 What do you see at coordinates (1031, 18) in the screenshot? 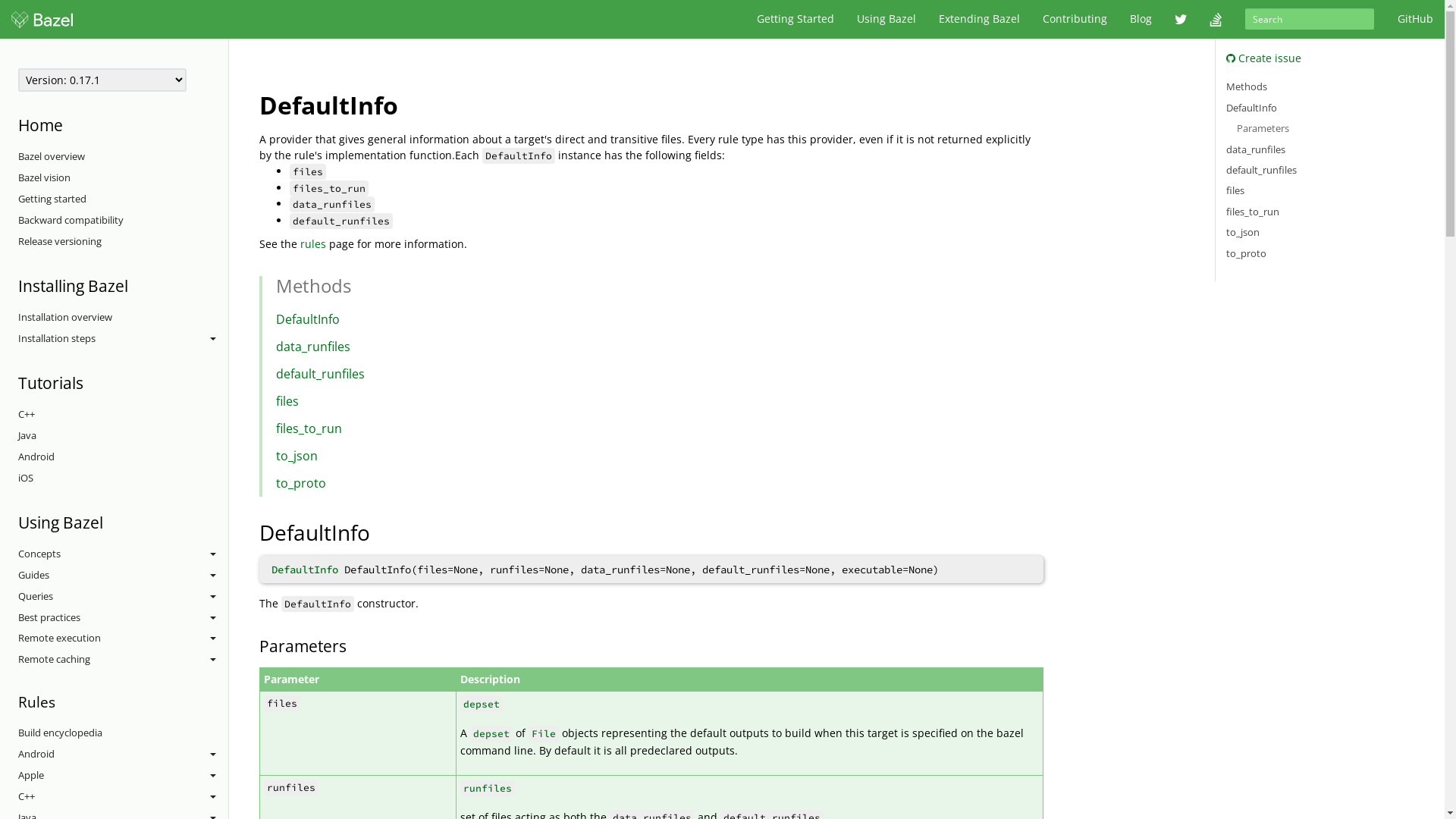
I see `'Contributing'` at bounding box center [1031, 18].